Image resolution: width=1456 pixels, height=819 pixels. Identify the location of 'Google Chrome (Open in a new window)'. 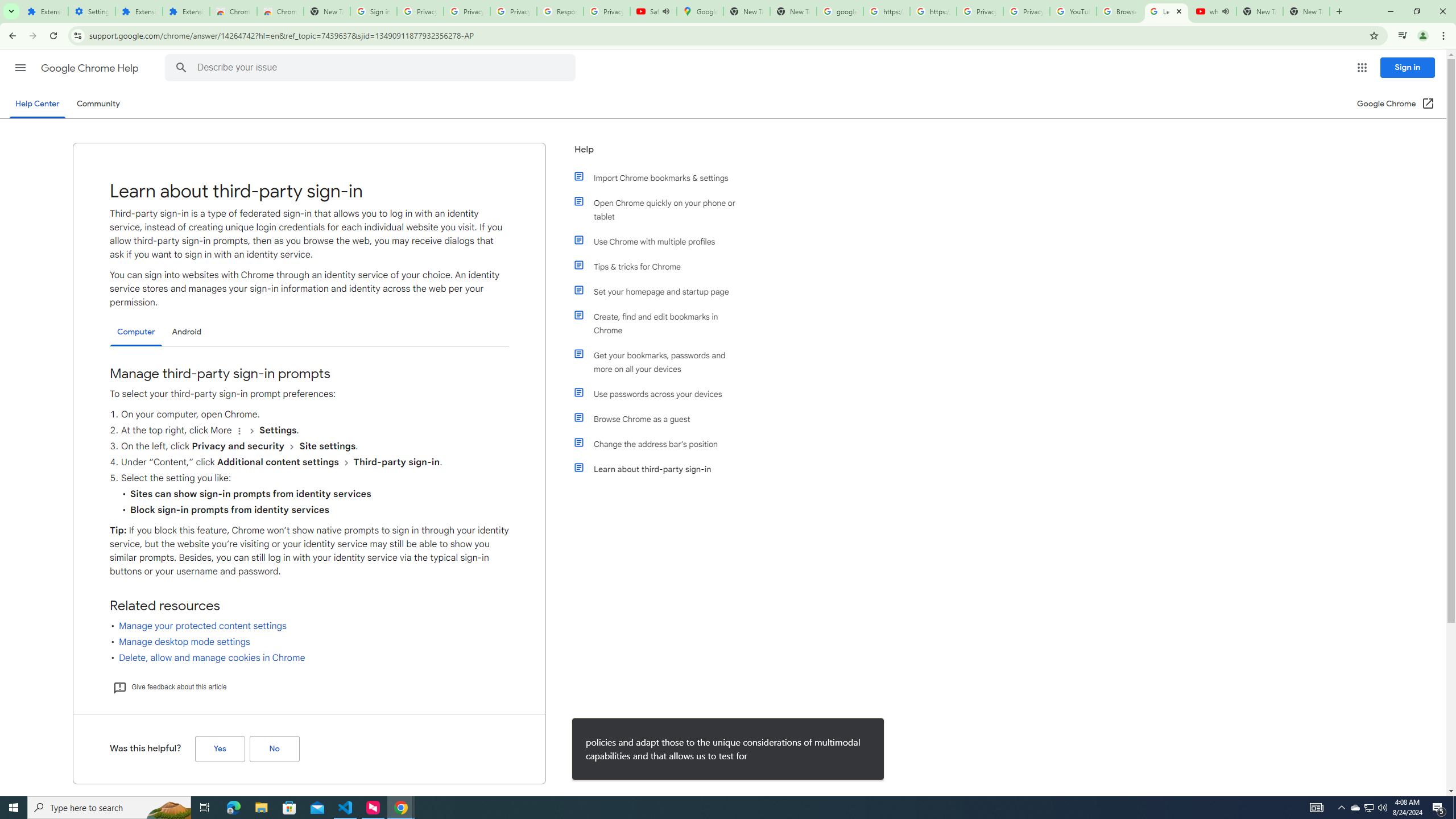
(1396, 103).